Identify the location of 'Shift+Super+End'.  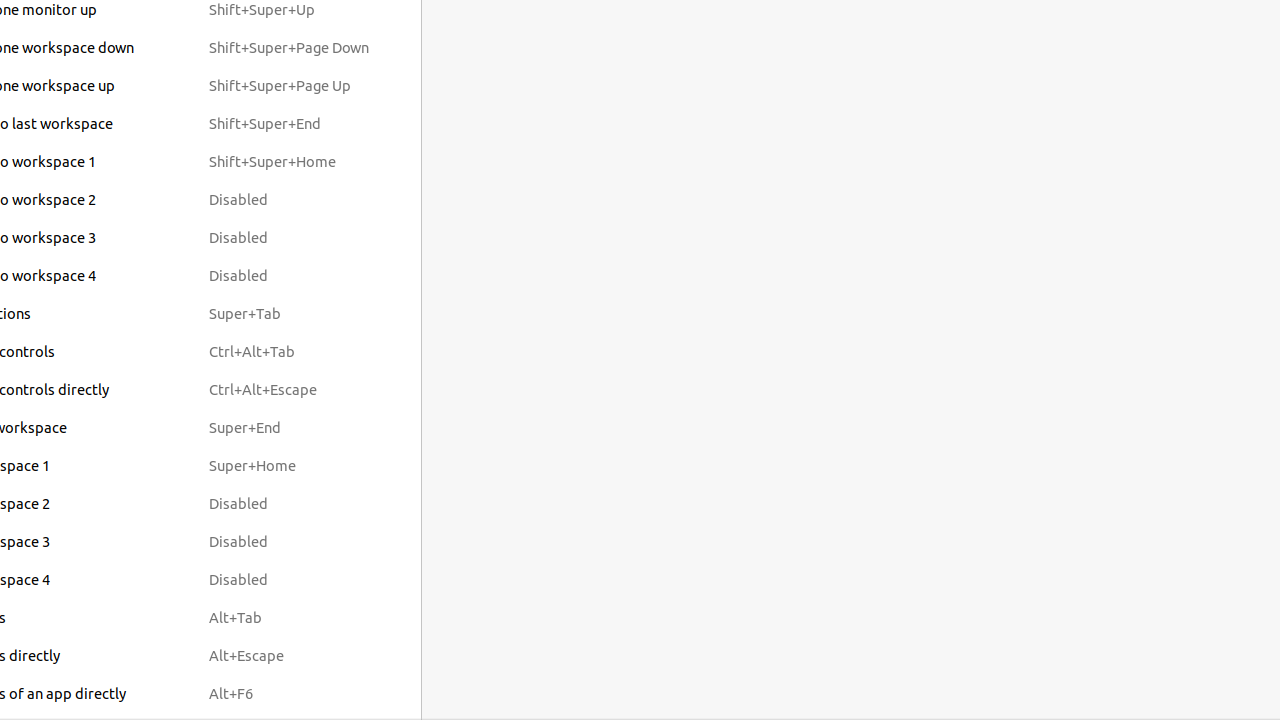
(288, 123).